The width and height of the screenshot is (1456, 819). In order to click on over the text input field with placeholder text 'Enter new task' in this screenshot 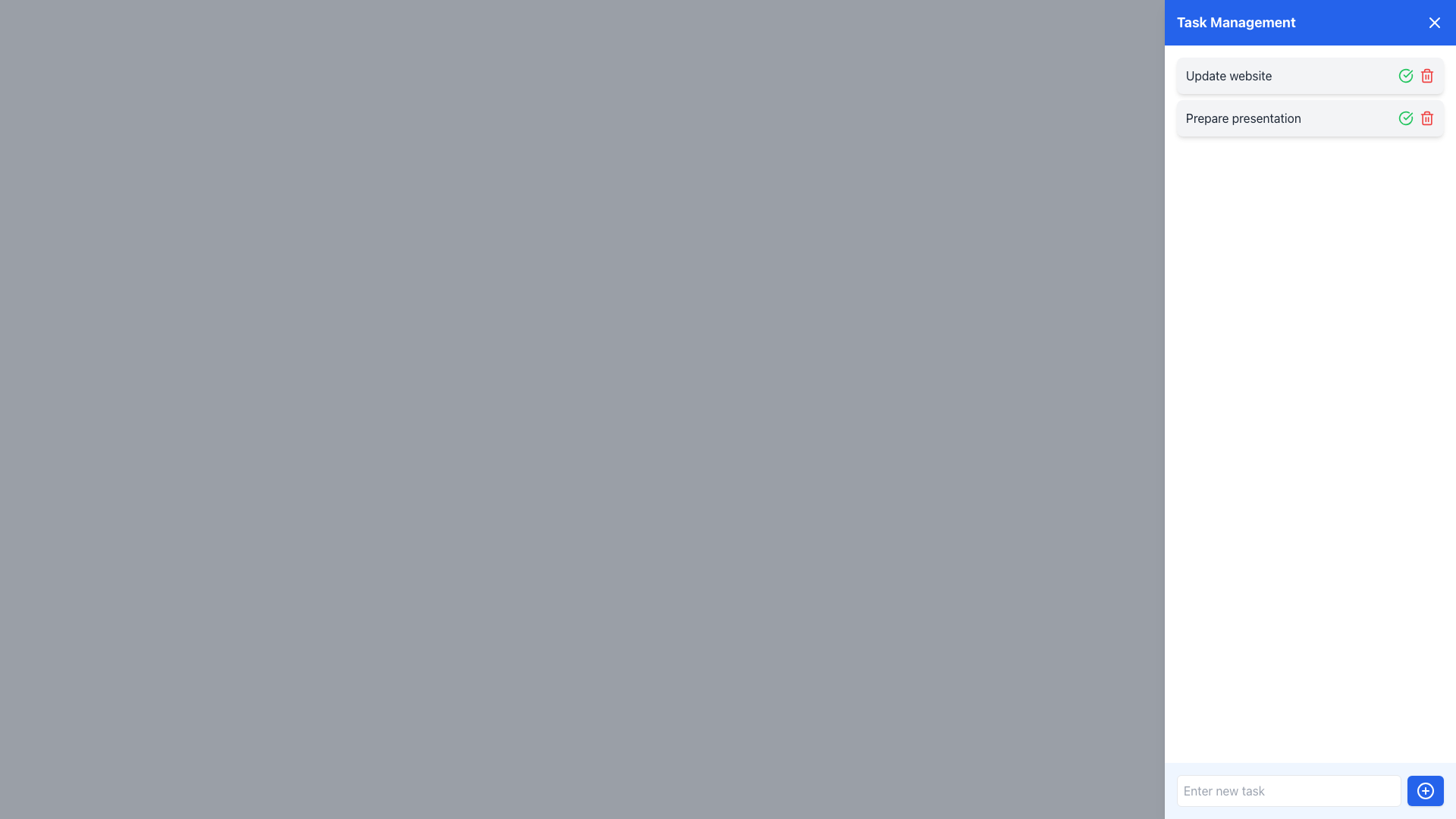, I will do `click(1288, 789)`.